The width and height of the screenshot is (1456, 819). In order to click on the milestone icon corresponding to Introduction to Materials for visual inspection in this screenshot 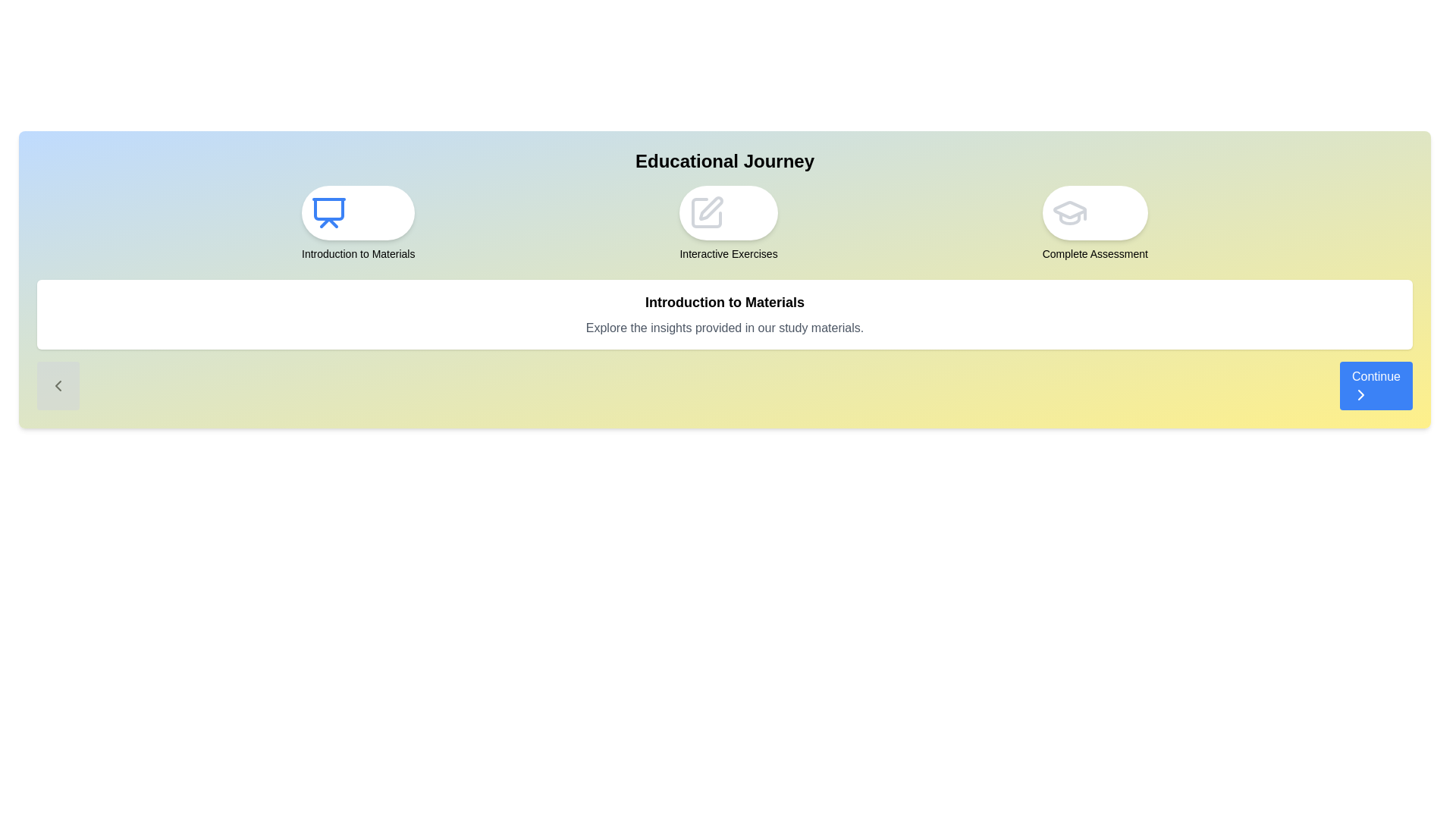, I will do `click(357, 213)`.